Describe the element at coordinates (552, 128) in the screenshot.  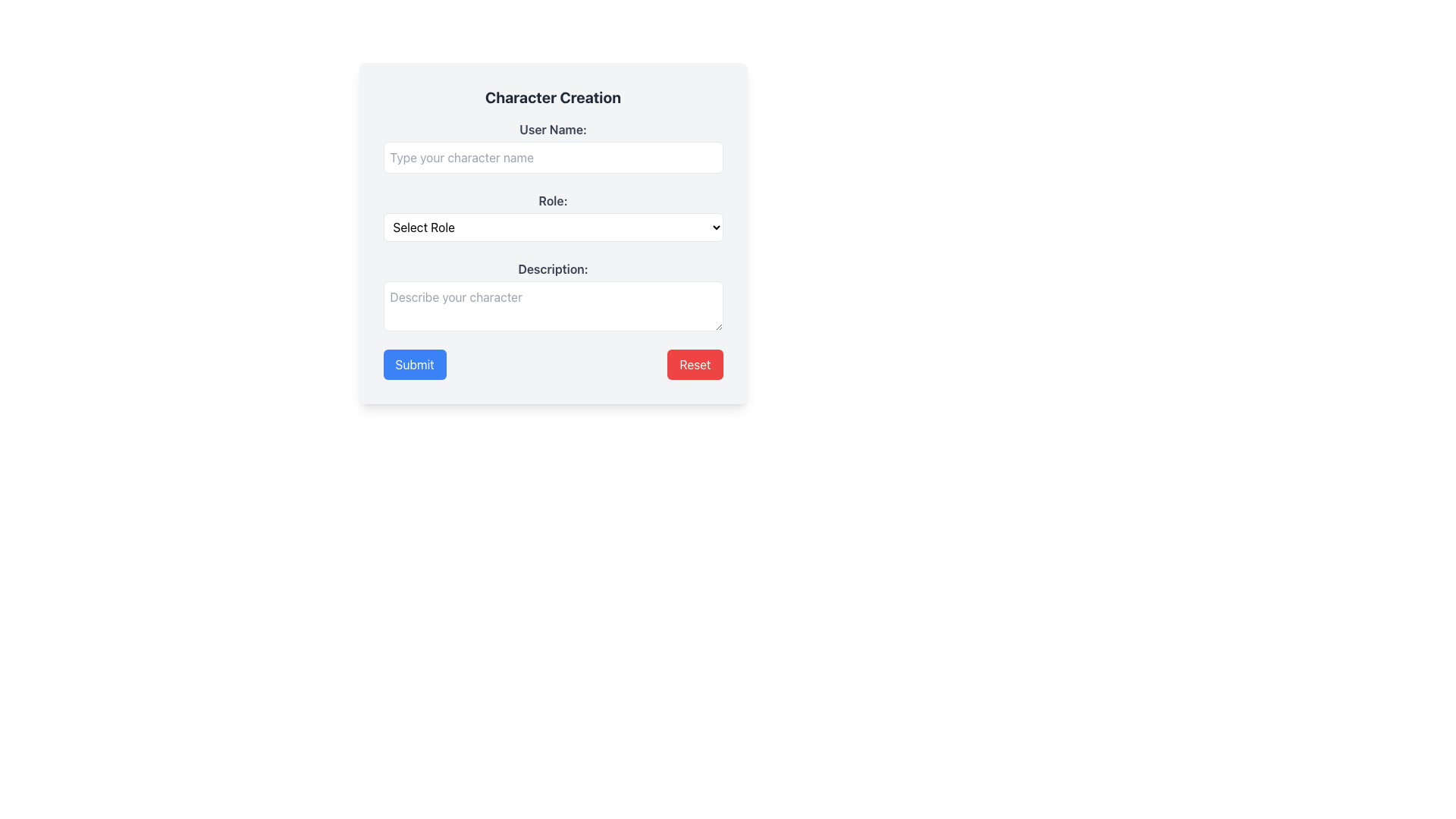
I see `the text label that says 'User Name:' styled in gray bold font, positioned at the top of the form above the input field` at that location.